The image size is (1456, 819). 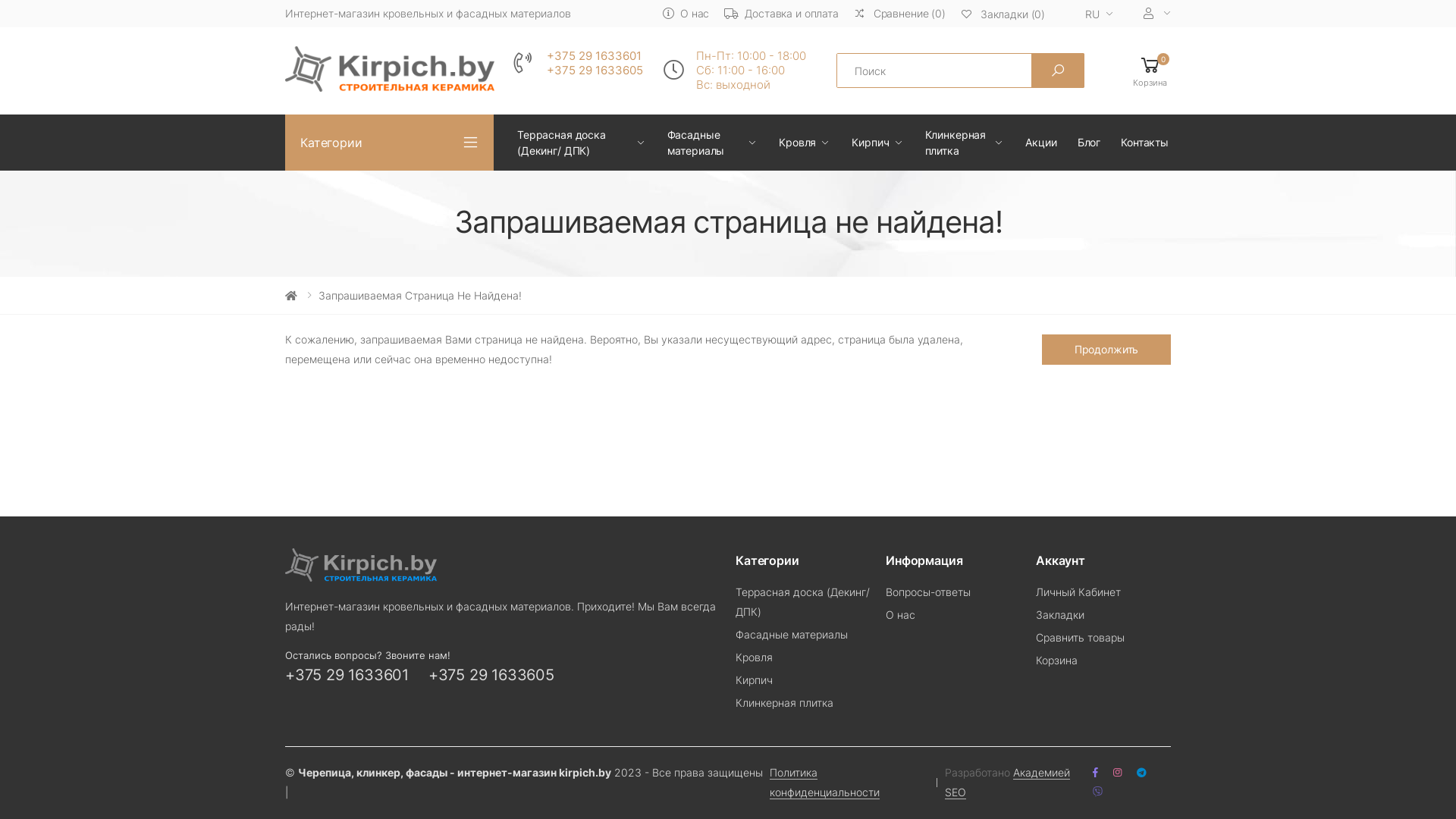 What do you see at coordinates (346, 674) in the screenshot?
I see `'+375 29 1633601'` at bounding box center [346, 674].